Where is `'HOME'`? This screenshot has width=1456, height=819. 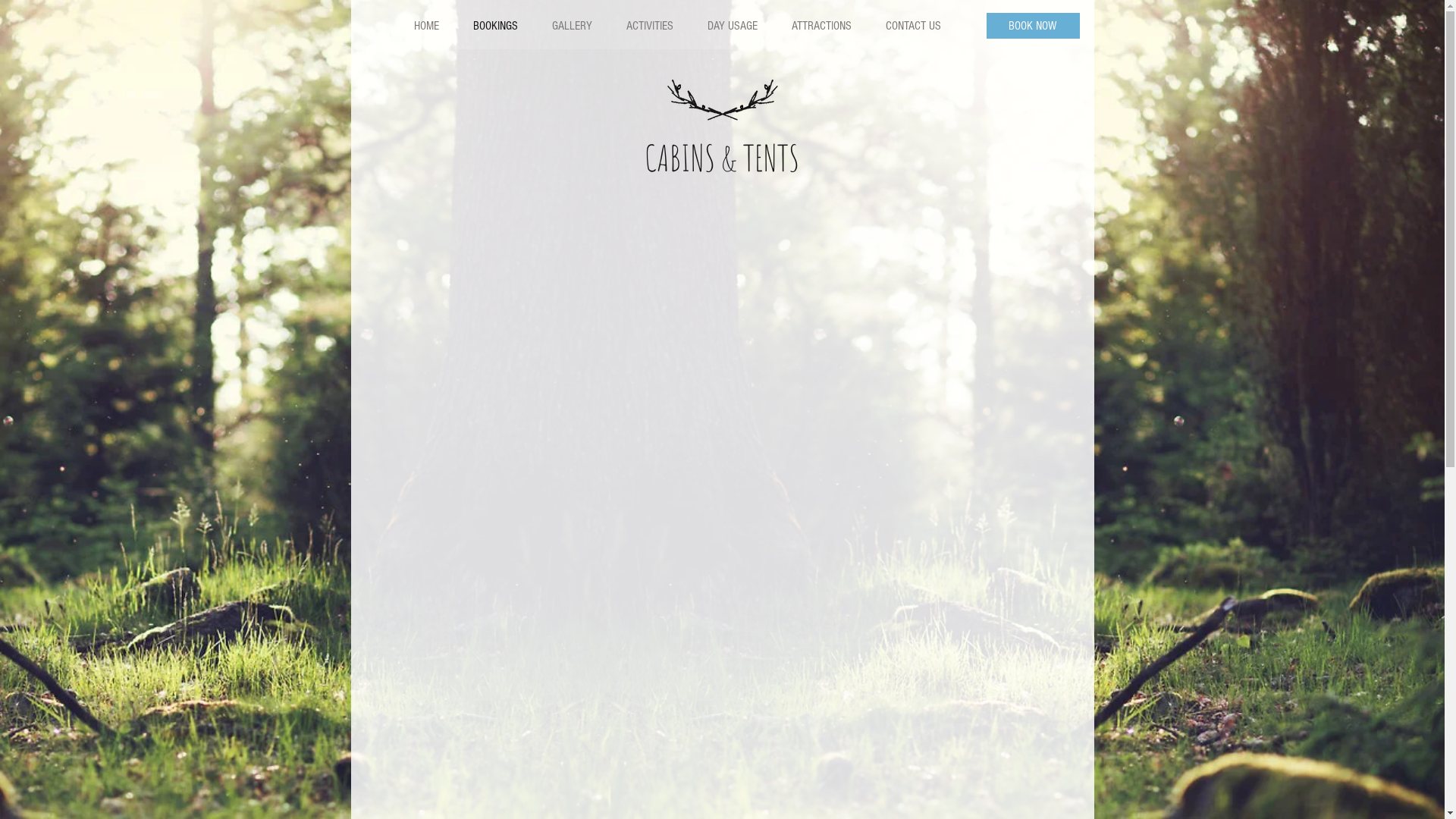 'HOME' is located at coordinates (425, 26).